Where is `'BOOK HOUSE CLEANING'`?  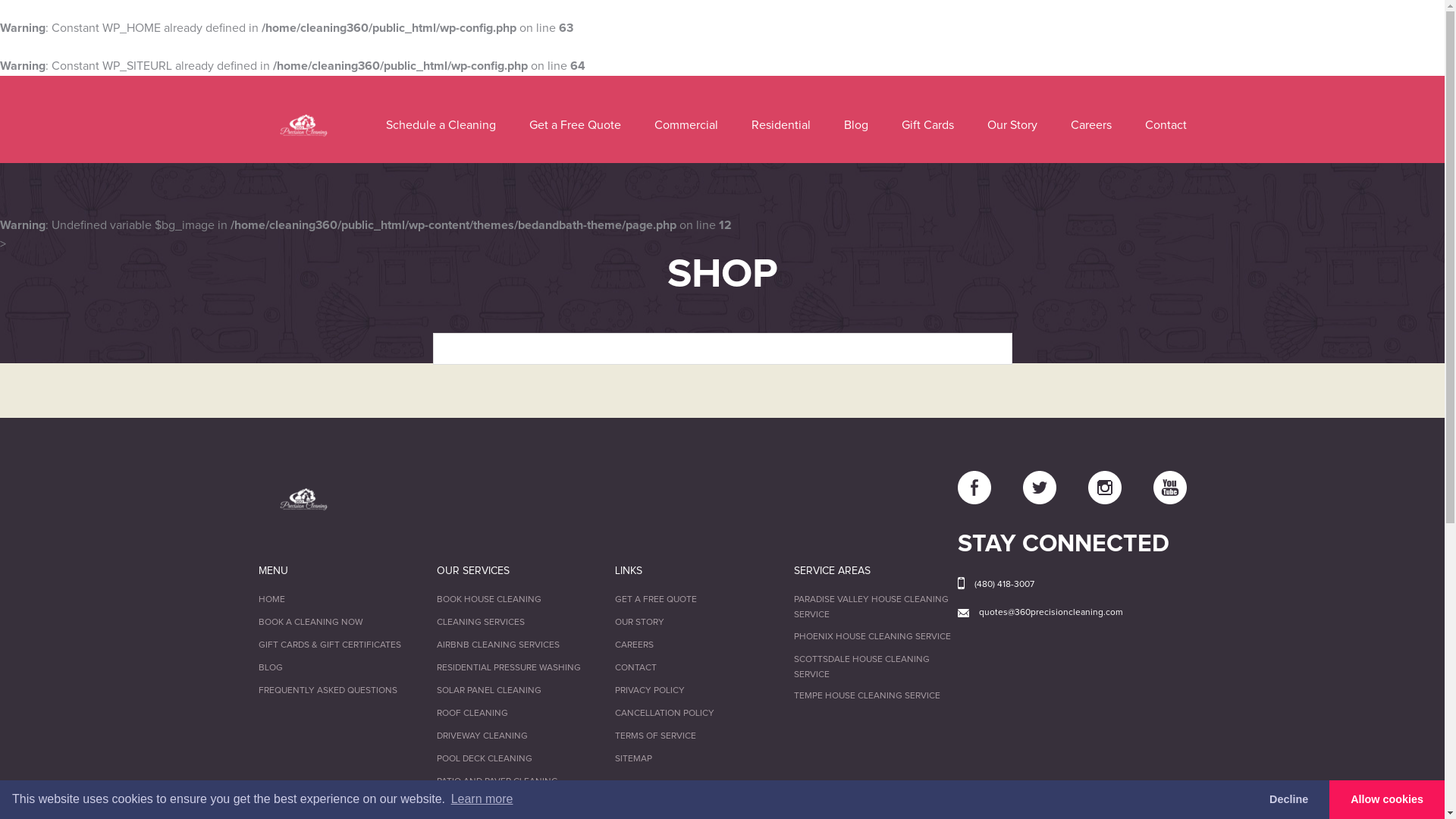 'BOOK HOUSE CLEANING' is located at coordinates (488, 598).